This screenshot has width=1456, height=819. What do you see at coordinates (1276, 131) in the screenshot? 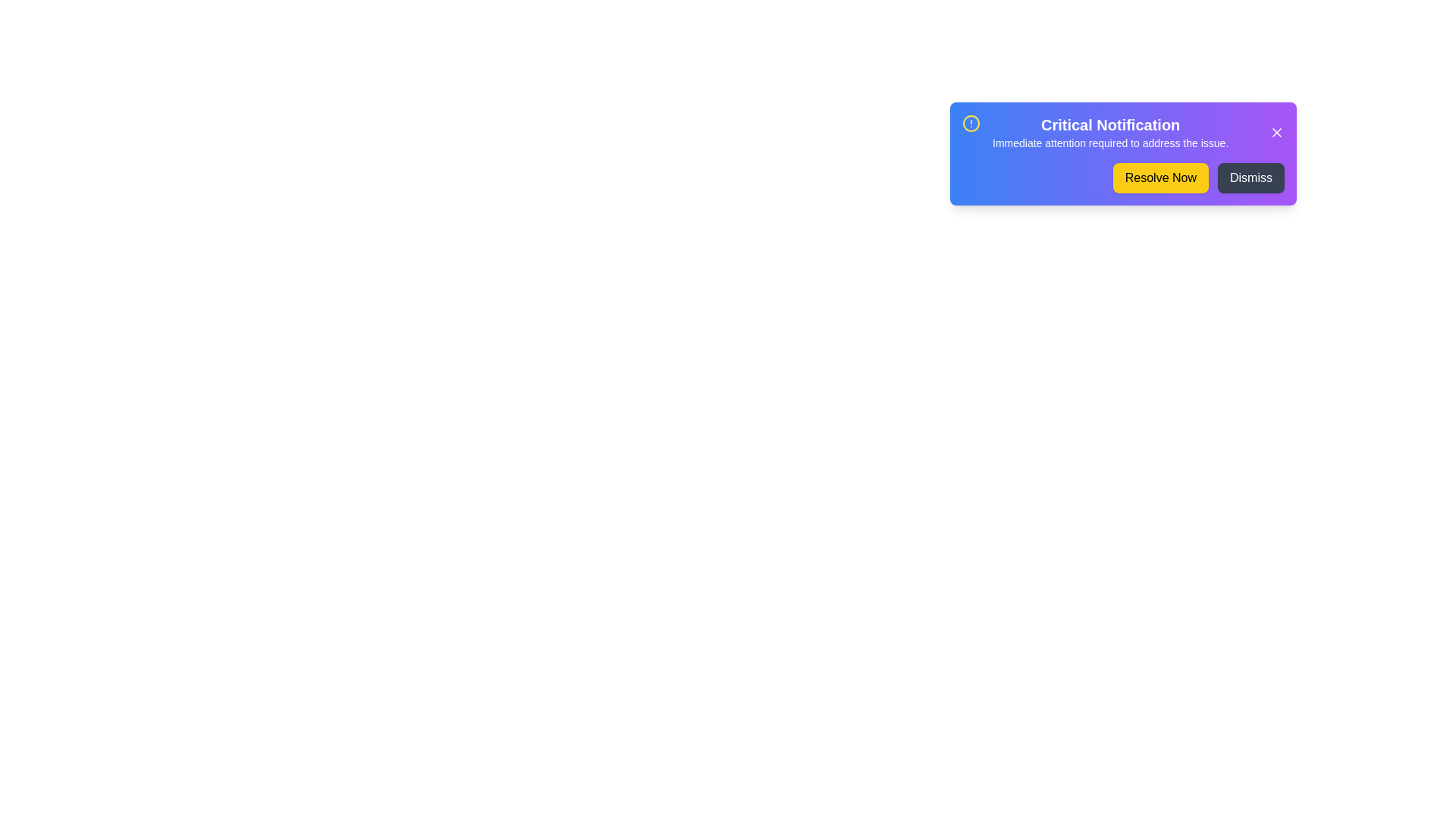
I see `the close button (icon button) in the notification at the top-right corner to change its color` at bounding box center [1276, 131].